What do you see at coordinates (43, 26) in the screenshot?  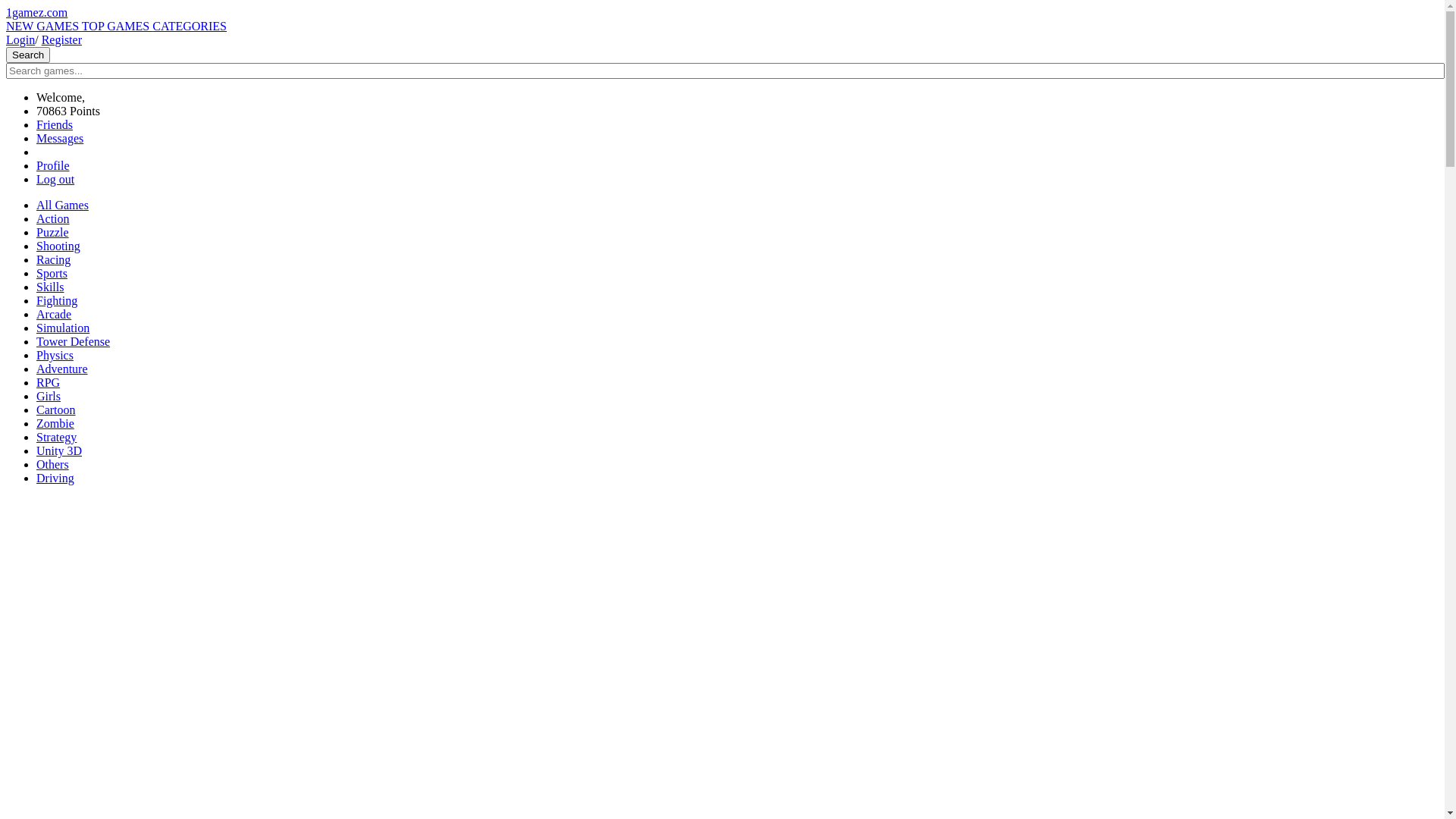 I see `'NEW GAMES'` at bounding box center [43, 26].